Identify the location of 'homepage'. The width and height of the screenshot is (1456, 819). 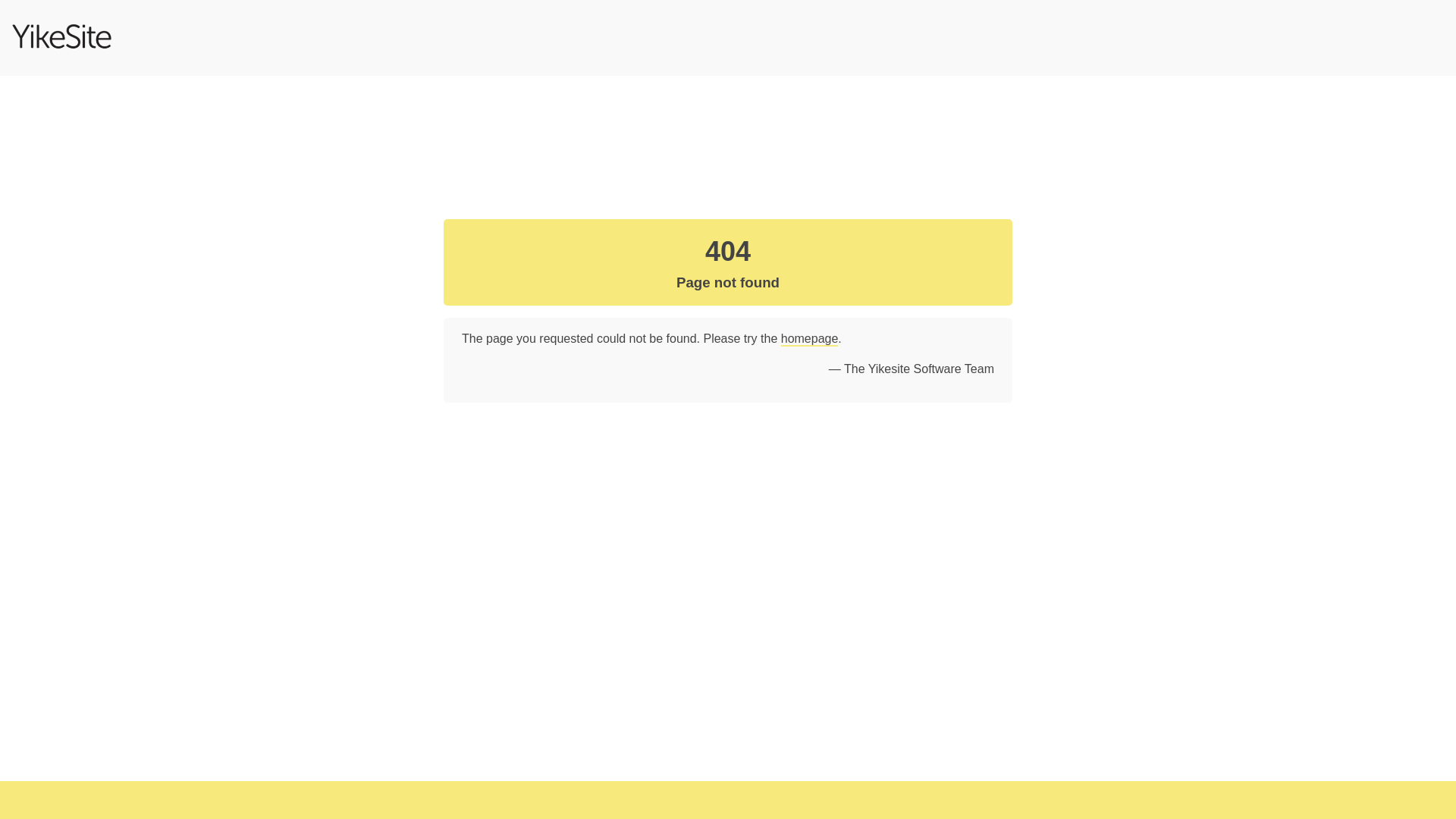
(809, 338).